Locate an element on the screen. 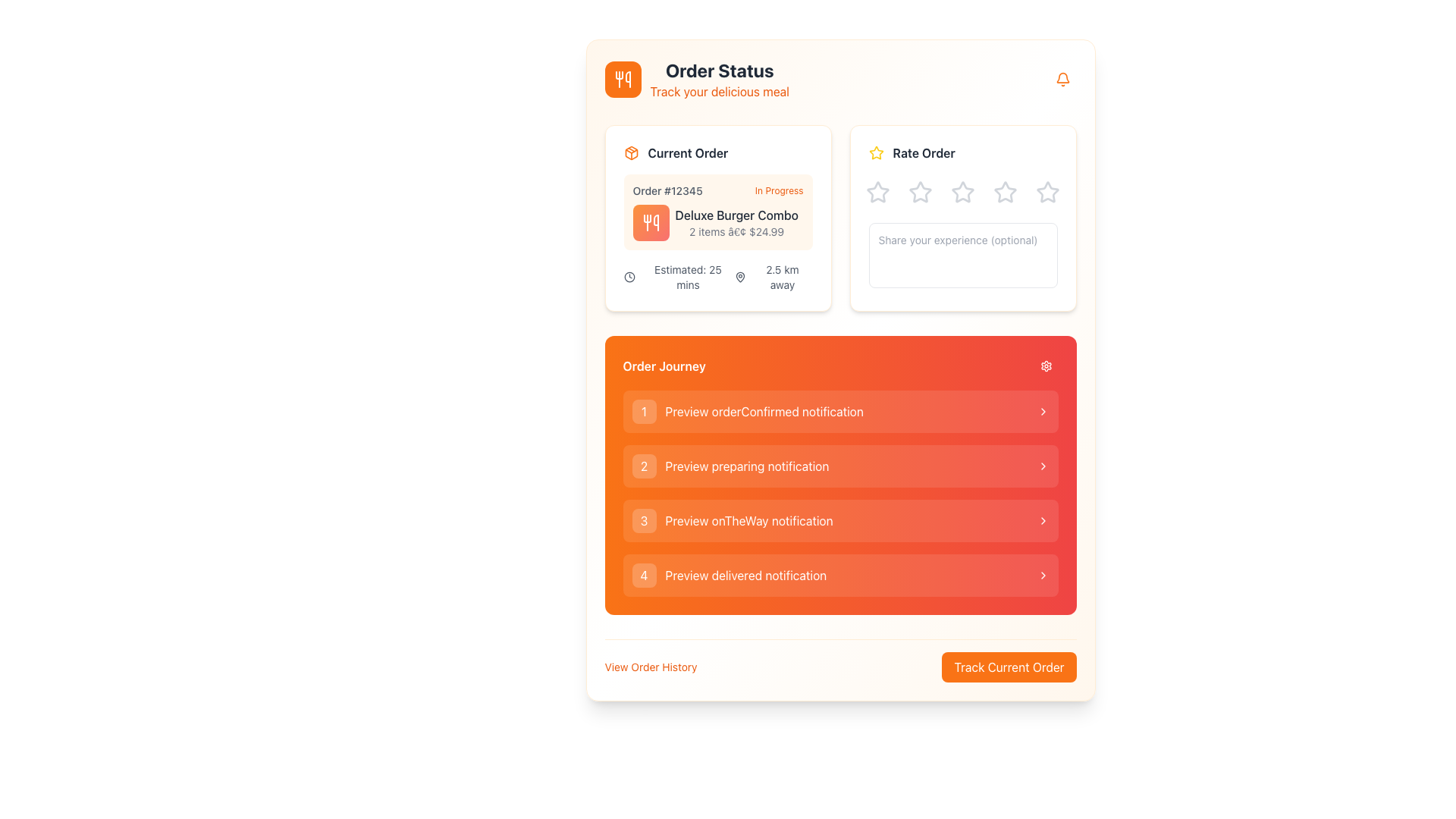  the first star icon in the 'Rate Order' section is located at coordinates (877, 191).